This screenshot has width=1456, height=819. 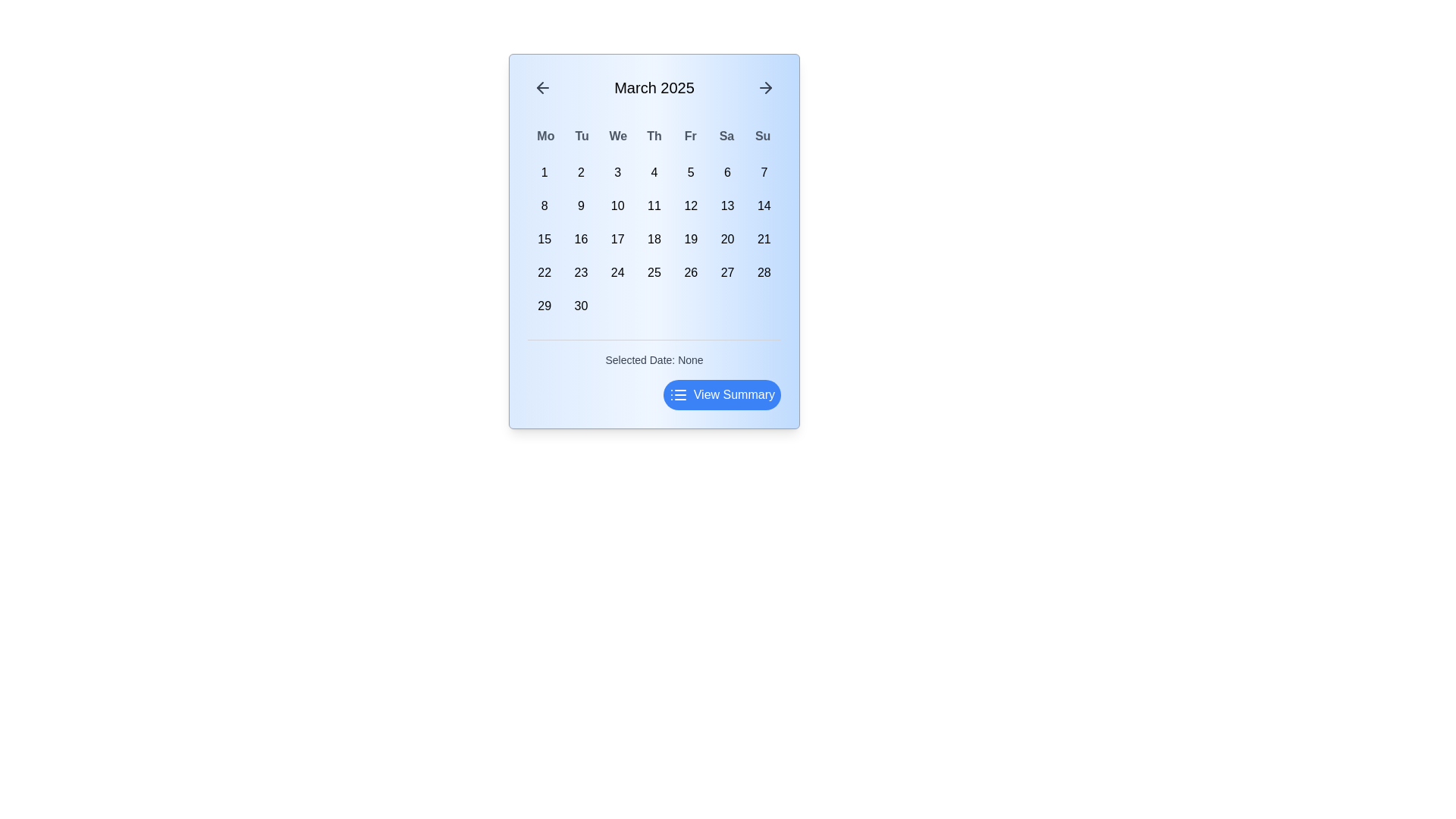 I want to click on the button representing the calendar date '8' to select this date and access additional actions, so click(x=544, y=206).